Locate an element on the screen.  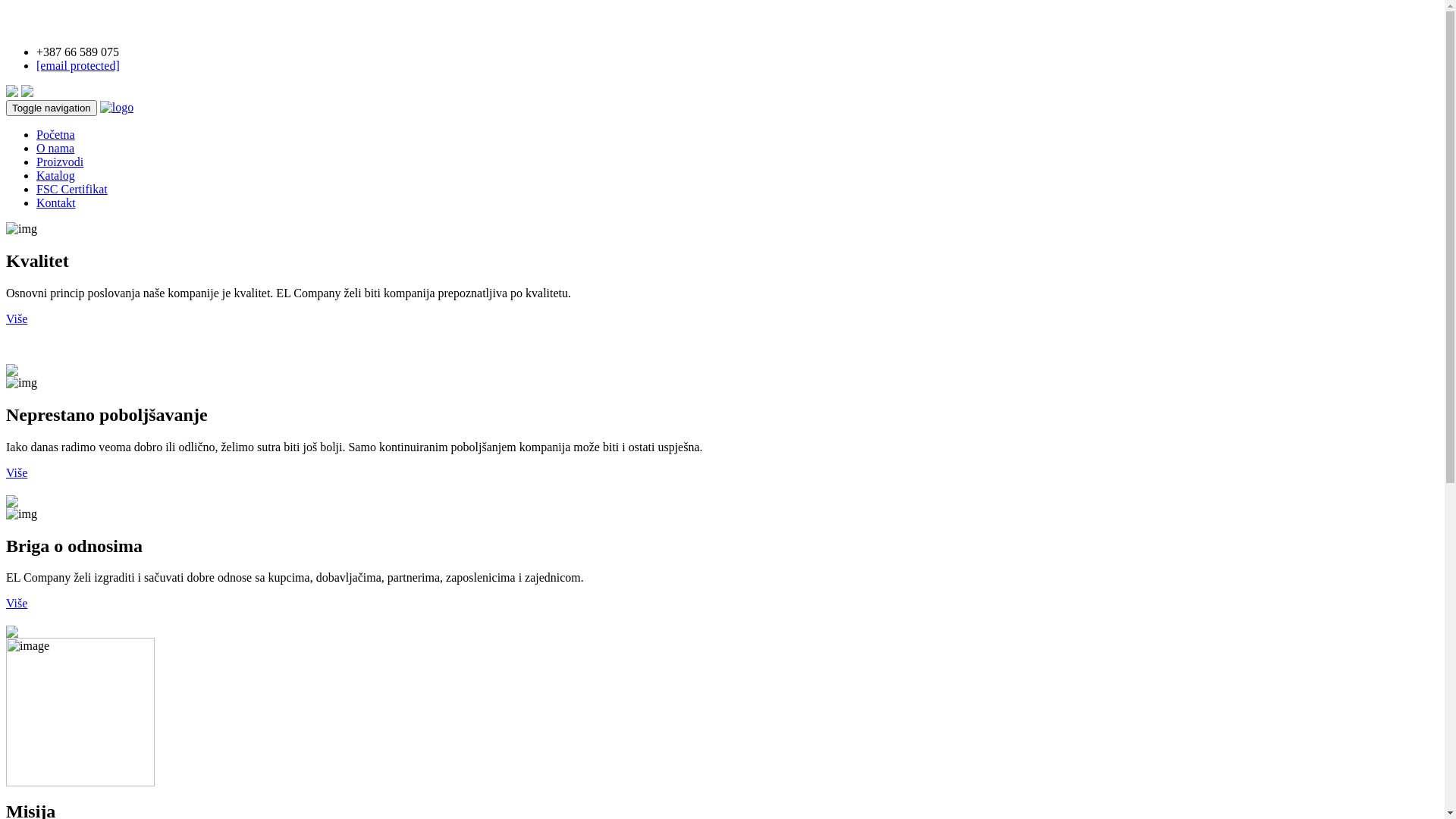
'Toggle navigation' is located at coordinates (51, 107).